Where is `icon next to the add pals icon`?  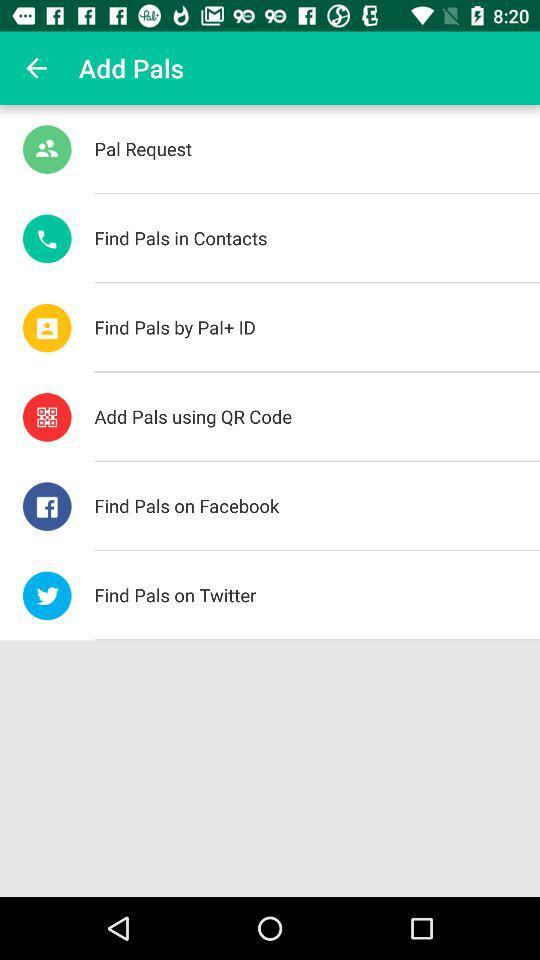 icon next to the add pals icon is located at coordinates (36, 68).